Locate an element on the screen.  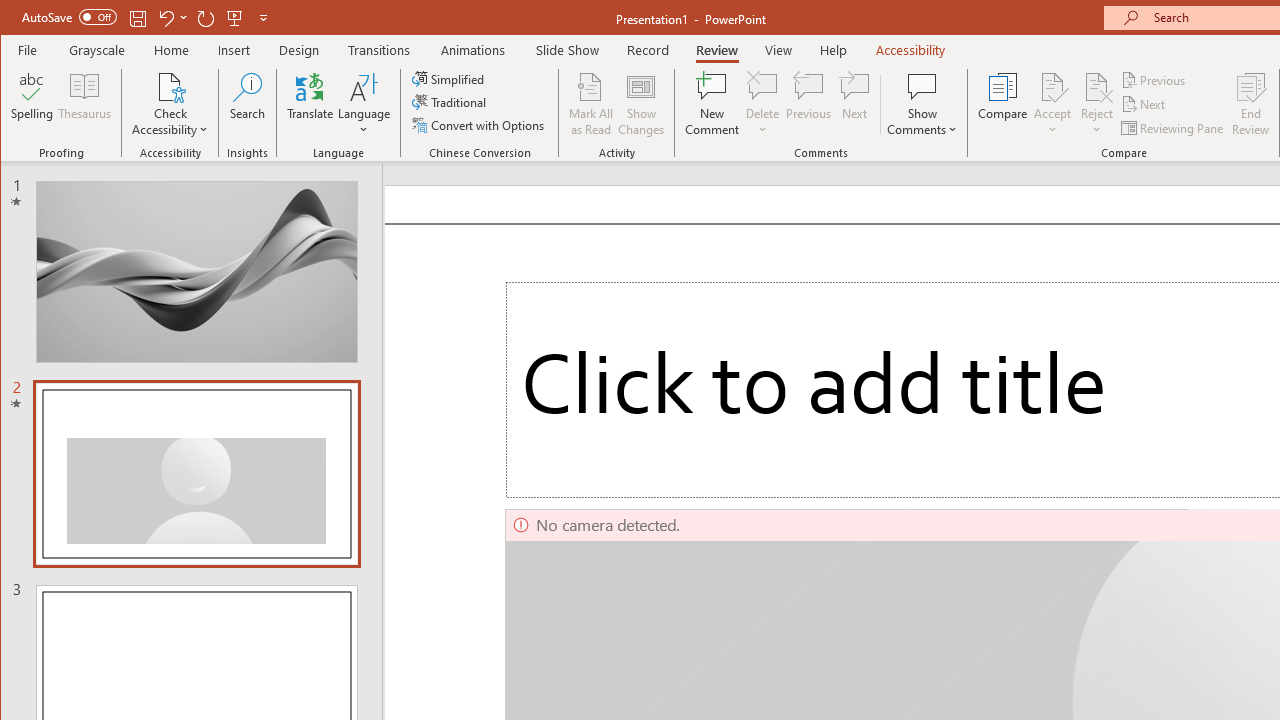
'End Review' is located at coordinates (1250, 104).